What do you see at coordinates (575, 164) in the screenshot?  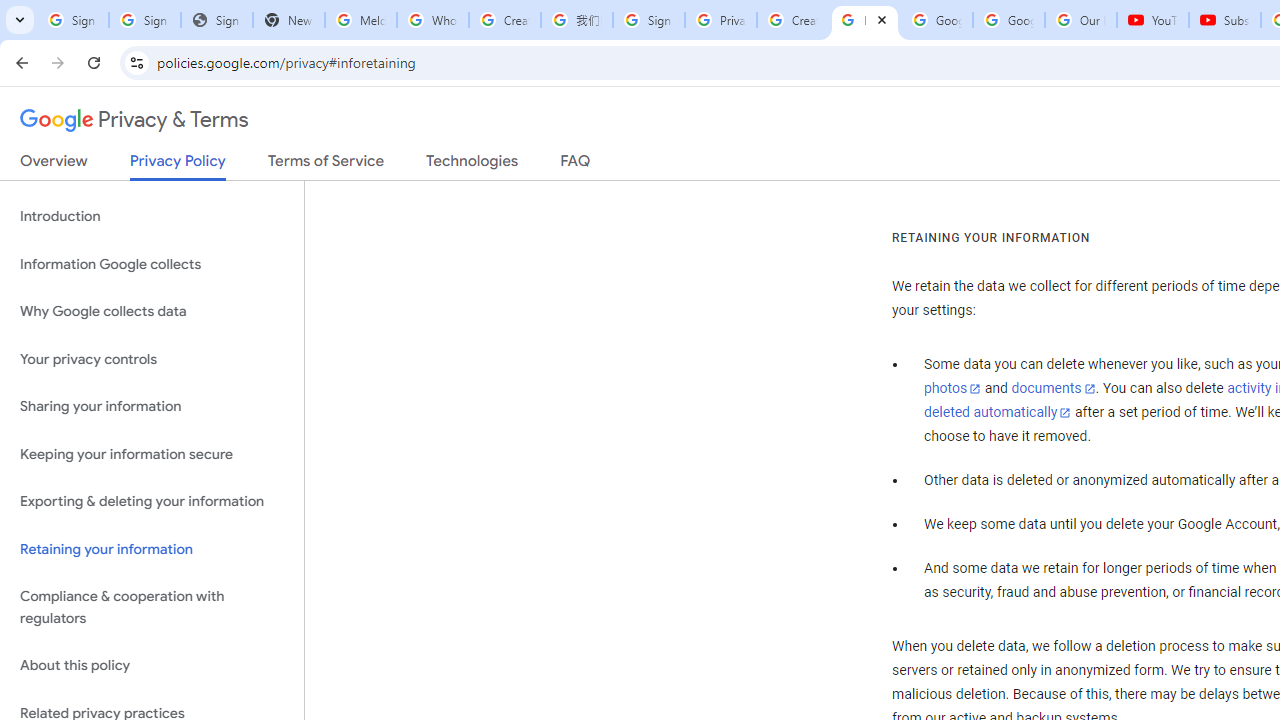 I see `'FAQ'` at bounding box center [575, 164].